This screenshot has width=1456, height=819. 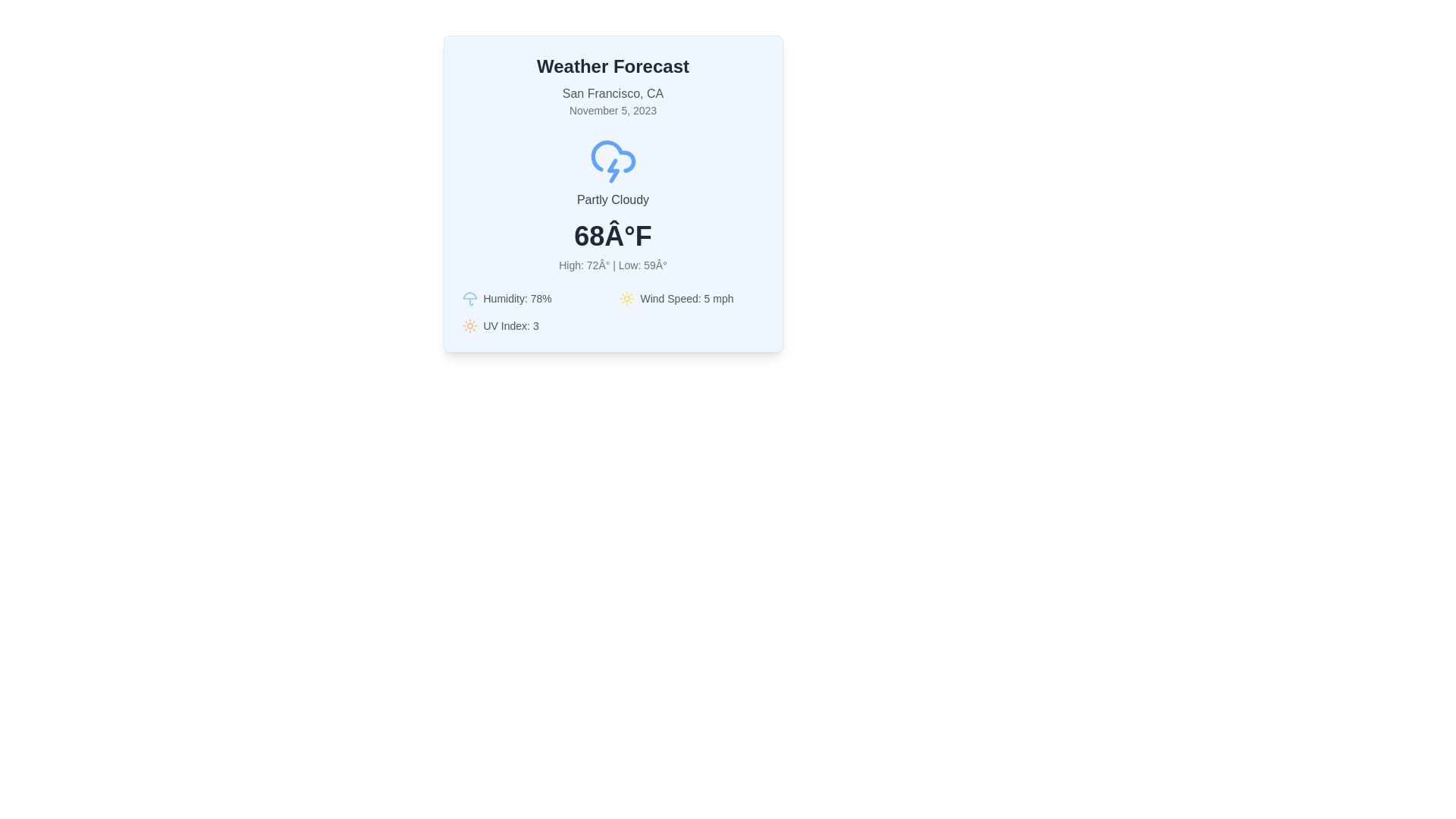 What do you see at coordinates (613, 110) in the screenshot?
I see `the text label displaying 'November 5, 2023', which is styled in small gray text and positioned below 'San Francisco, CA' in the weather forecast interface` at bounding box center [613, 110].